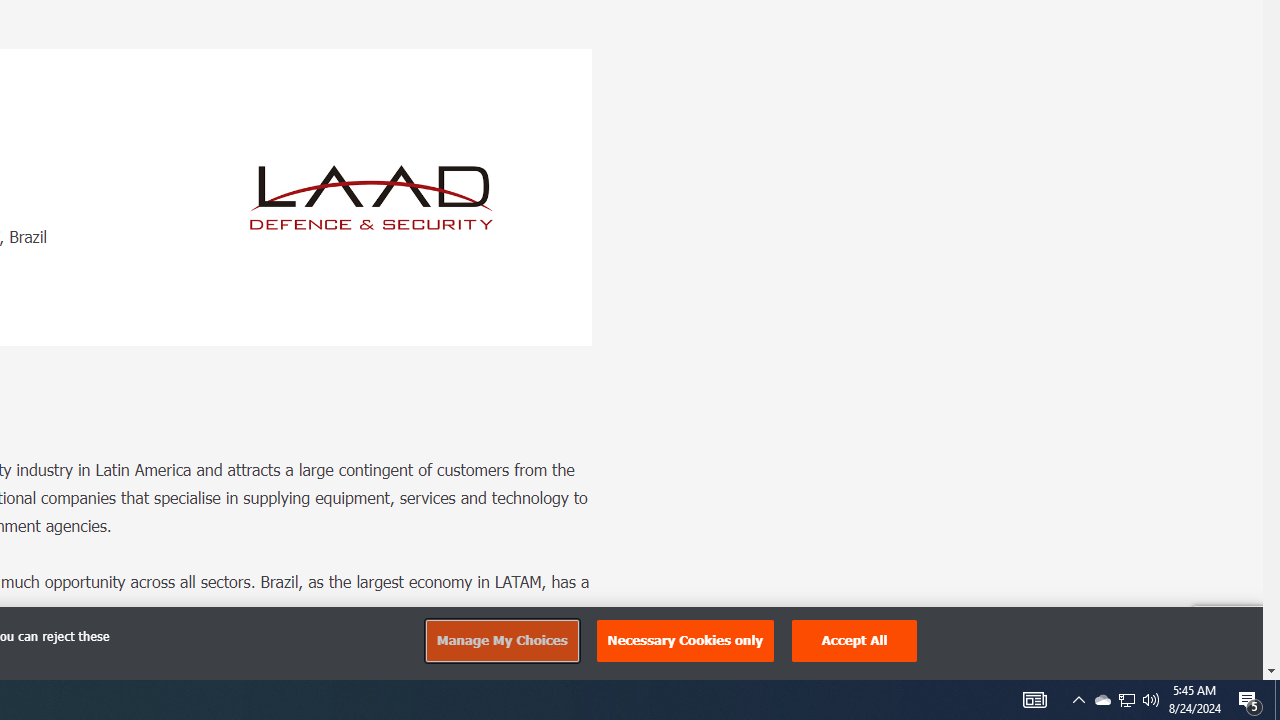 The height and width of the screenshot is (720, 1280). What do you see at coordinates (501, 640) in the screenshot?
I see `'Manage My Choices'` at bounding box center [501, 640].